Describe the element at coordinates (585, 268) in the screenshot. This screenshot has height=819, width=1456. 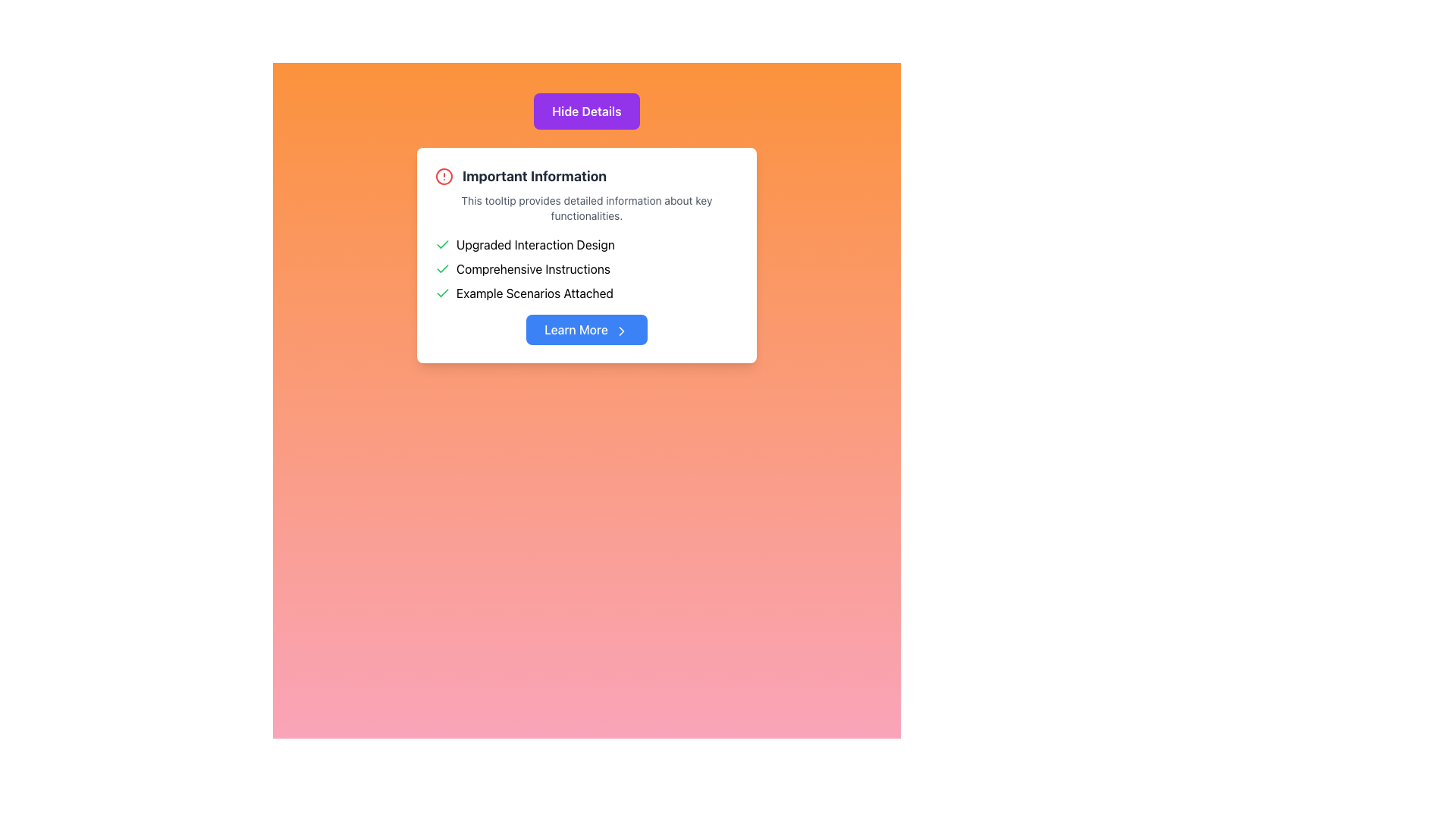
I see `text content of the Inline textual indicator labeled 'Comprehensive Instructions', which is the second item in a vertical list within a tooltip card` at that location.